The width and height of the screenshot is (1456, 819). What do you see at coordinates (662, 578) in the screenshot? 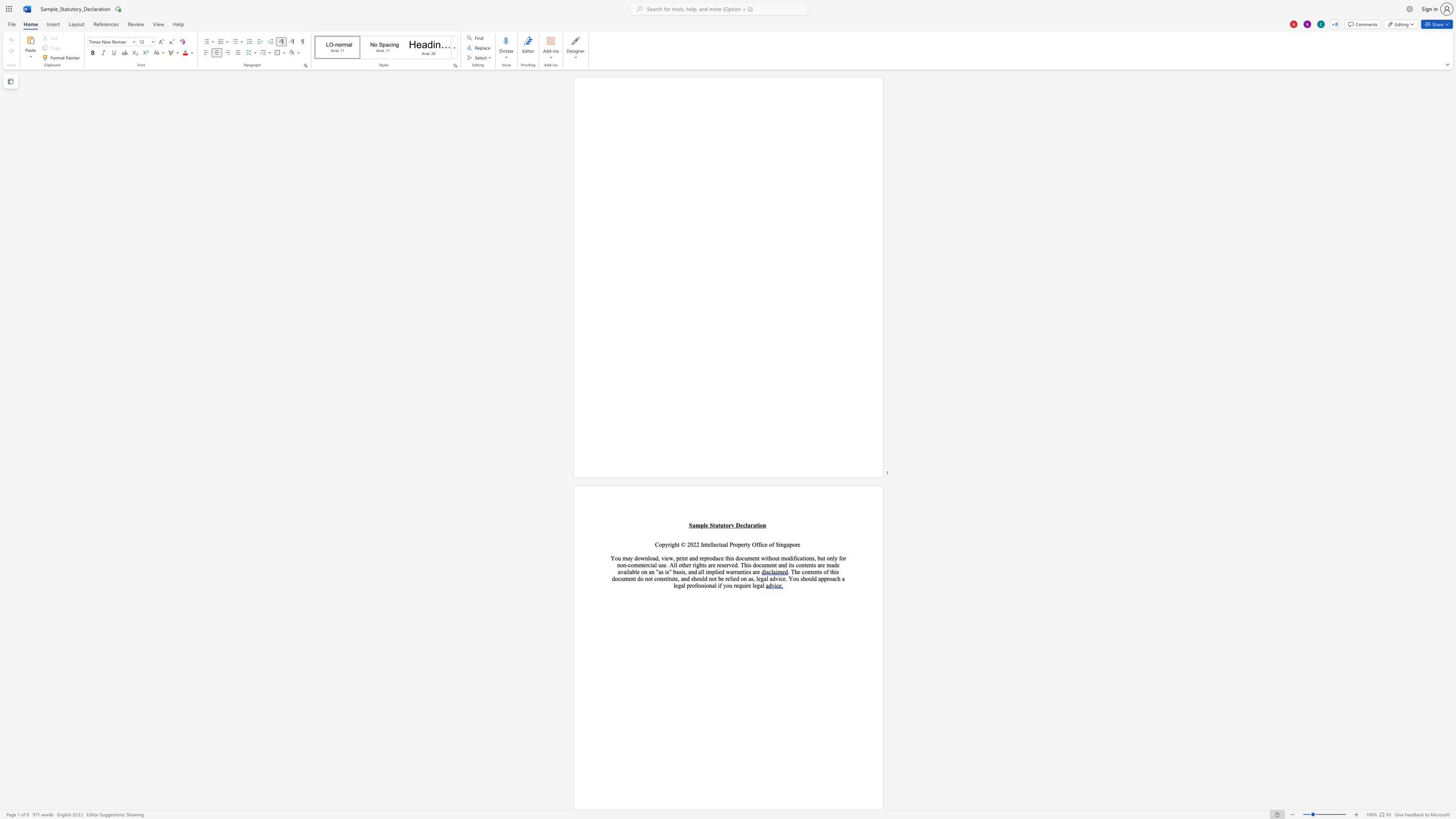
I see `the space between the continuous character "n" and "s" in the text` at bounding box center [662, 578].